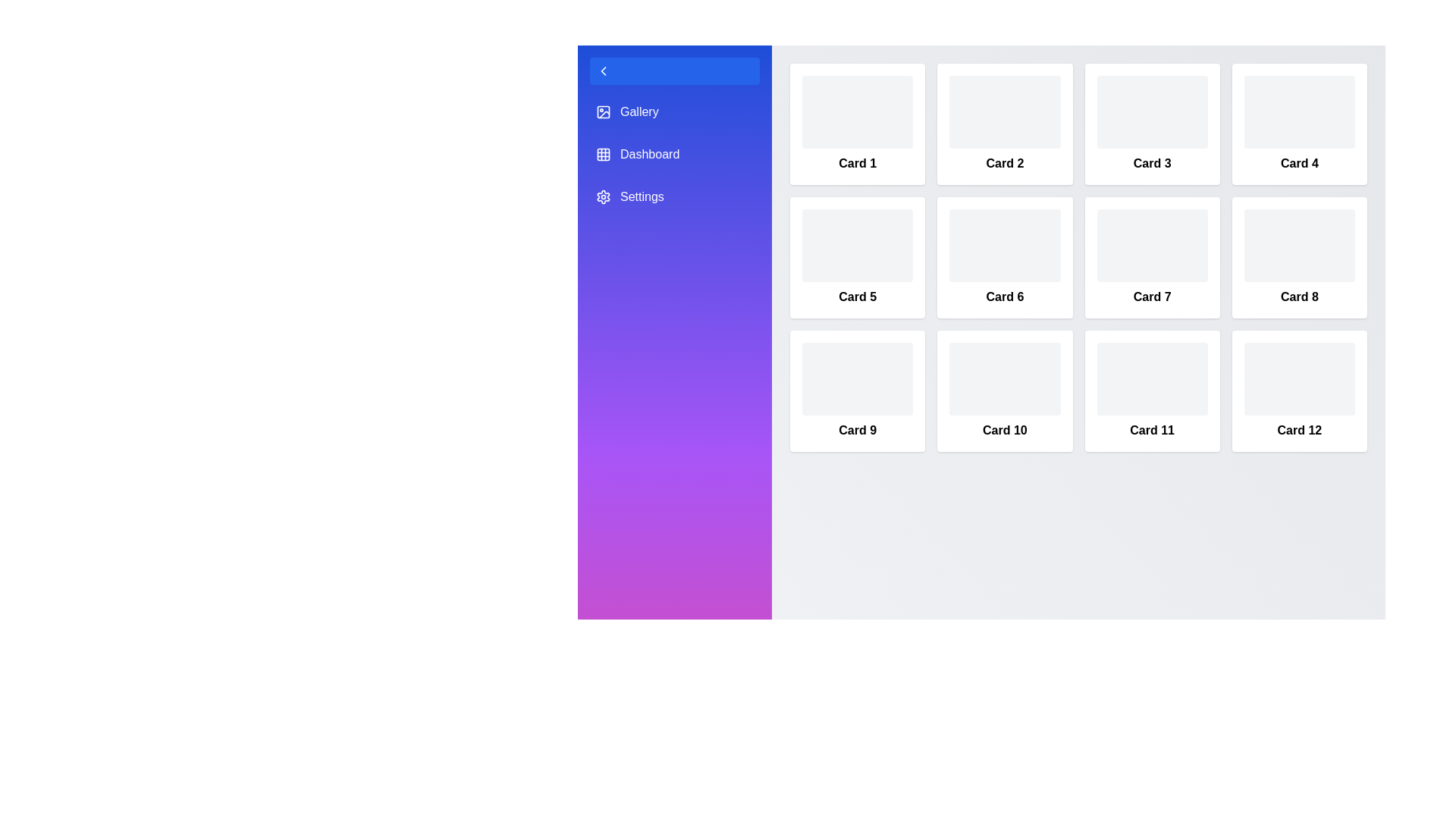 Image resolution: width=1456 pixels, height=819 pixels. I want to click on the sidebar item labeled Settings, so click(673, 196).